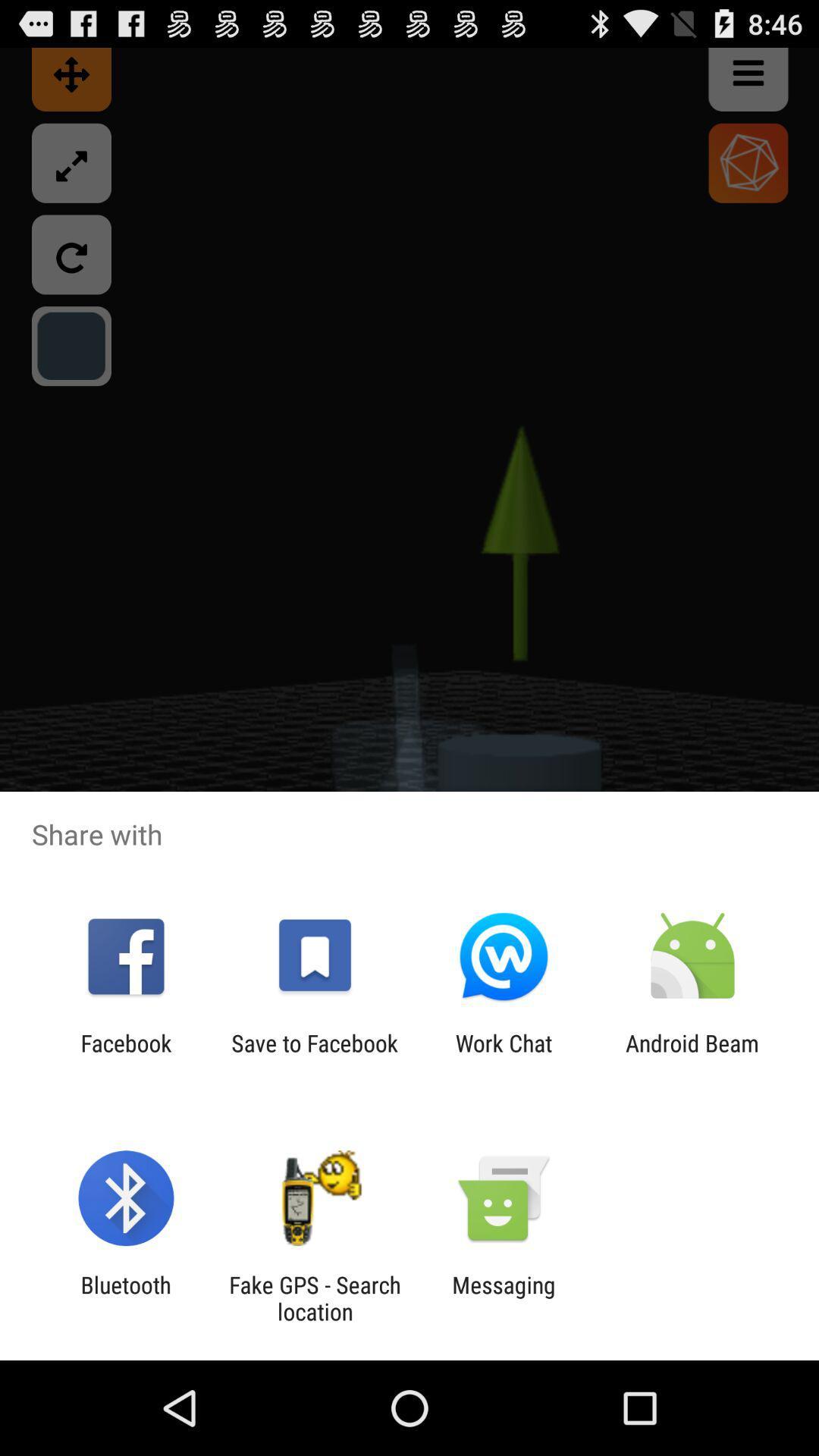  Describe the element at coordinates (314, 1056) in the screenshot. I see `save to facebook app` at that location.